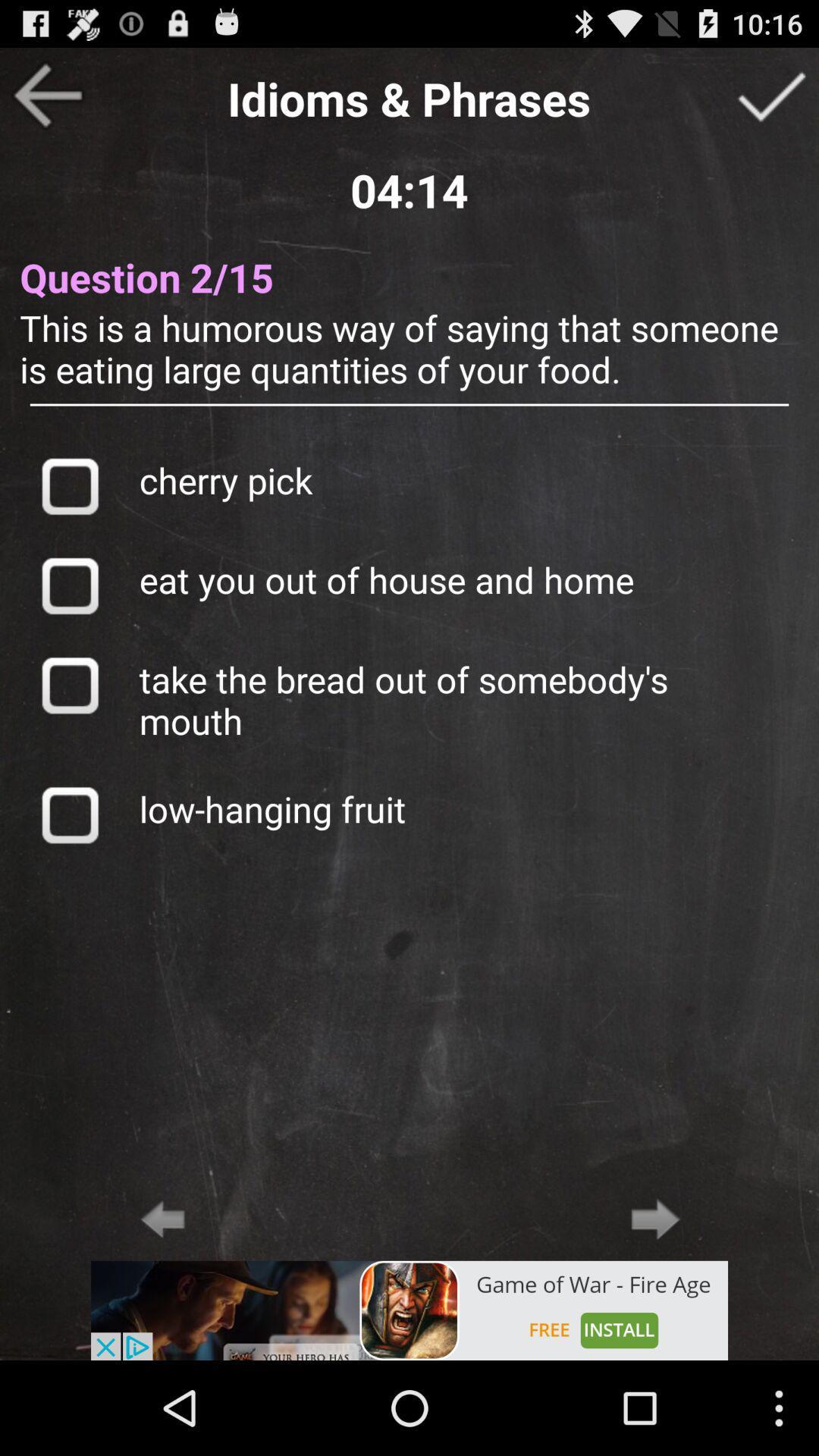  Describe the element at coordinates (69, 585) in the screenshot. I see `this option` at that location.